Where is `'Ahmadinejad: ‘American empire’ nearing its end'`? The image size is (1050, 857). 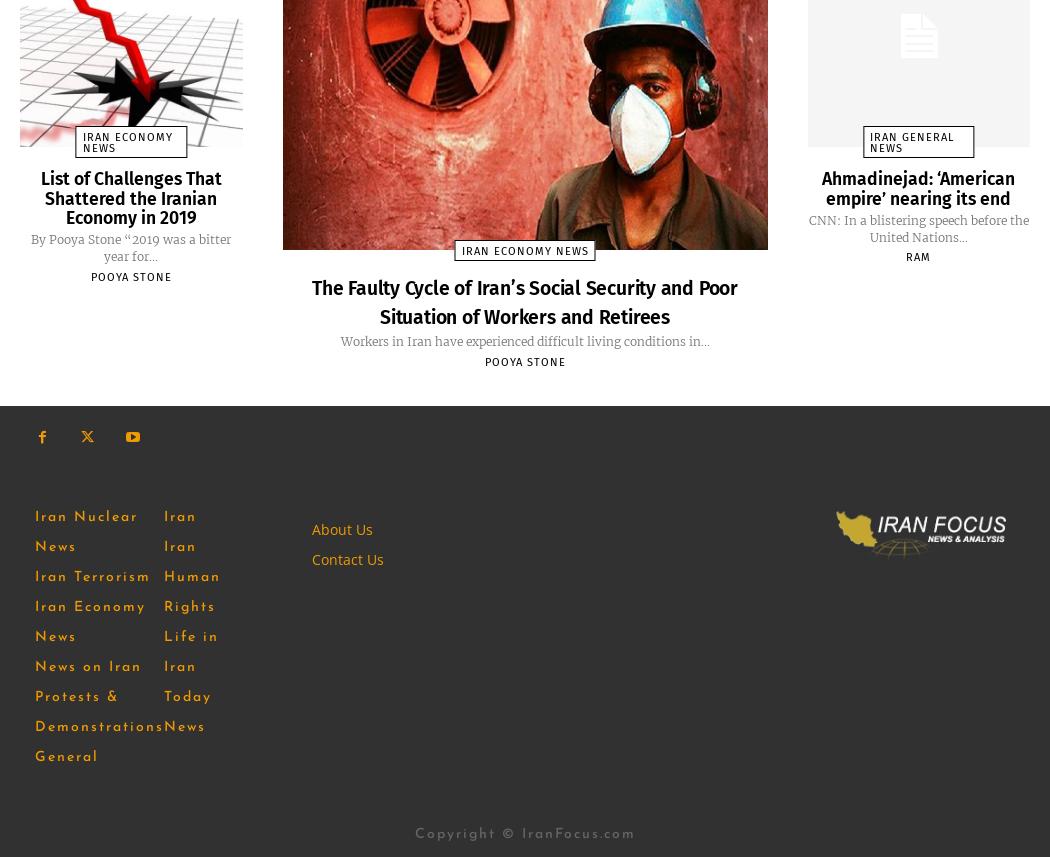 'Ahmadinejad: ‘American empire’ nearing its end' is located at coordinates (918, 186).